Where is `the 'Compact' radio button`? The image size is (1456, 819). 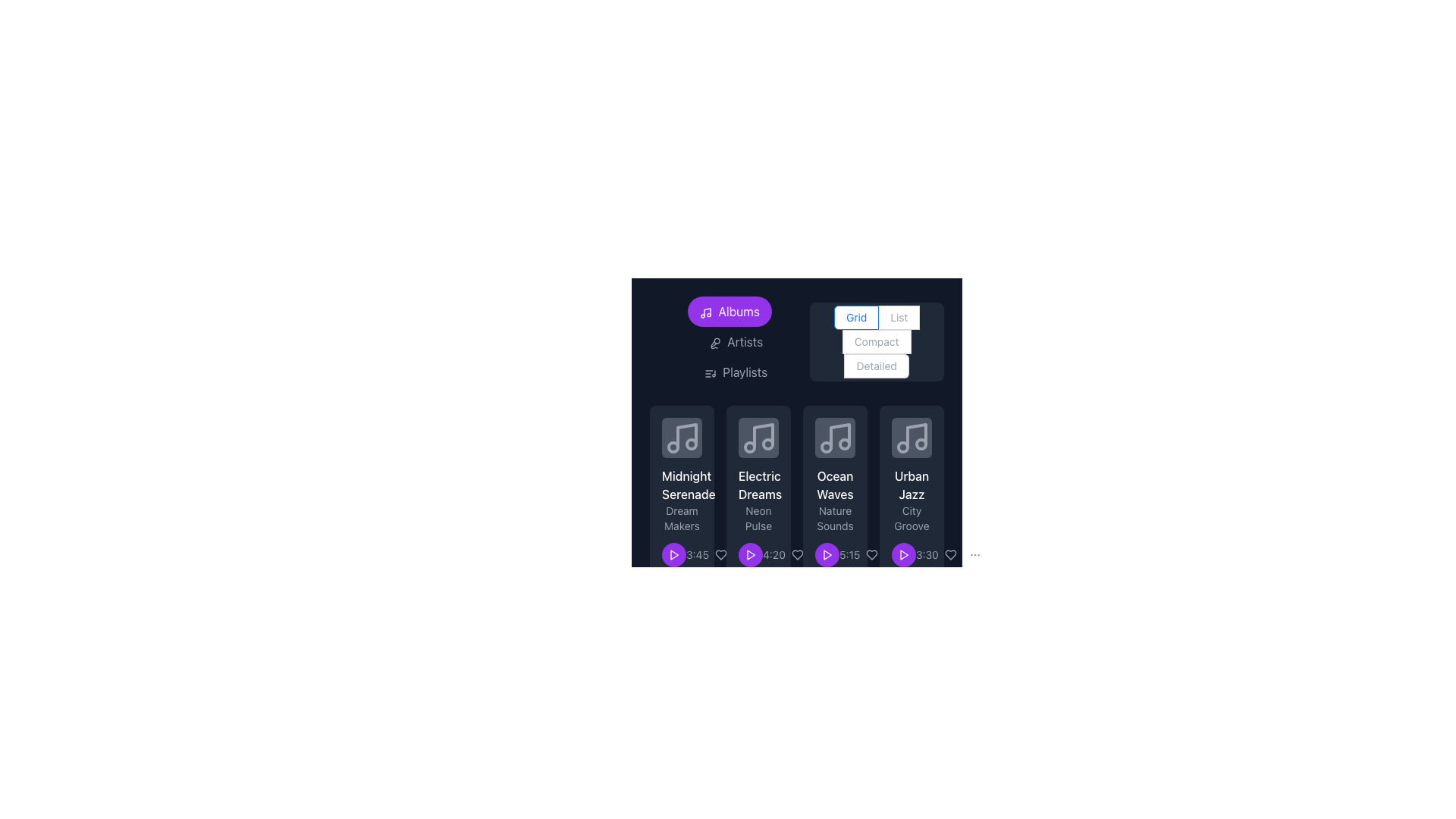 the 'Compact' radio button is located at coordinates (899, 317).